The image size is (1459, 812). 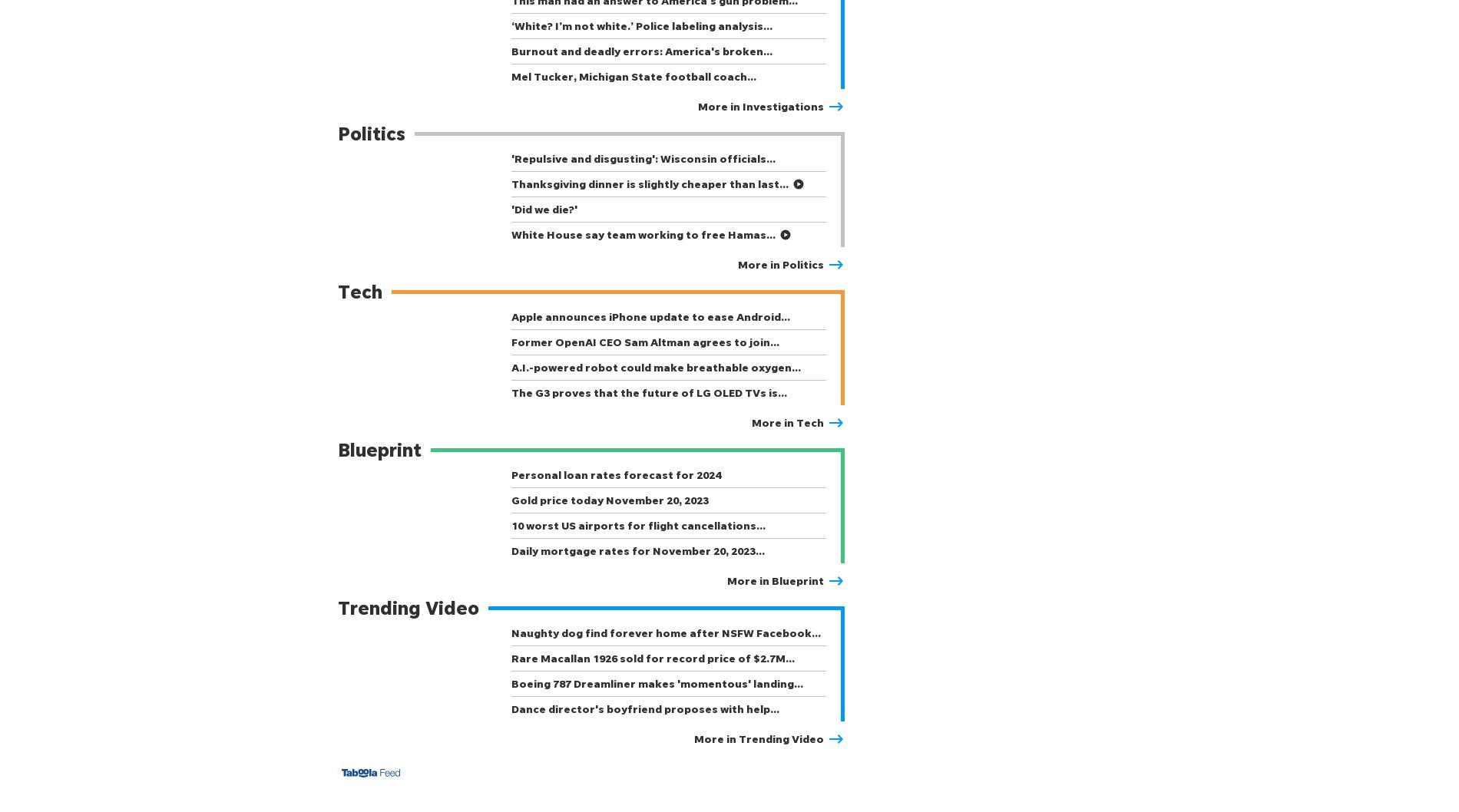 What do you see at coordinates (665, 632) in the screenshot?
I see `'Naughty dog find forever home after NSFW Facebook…'` at bounding box center [665, 632].